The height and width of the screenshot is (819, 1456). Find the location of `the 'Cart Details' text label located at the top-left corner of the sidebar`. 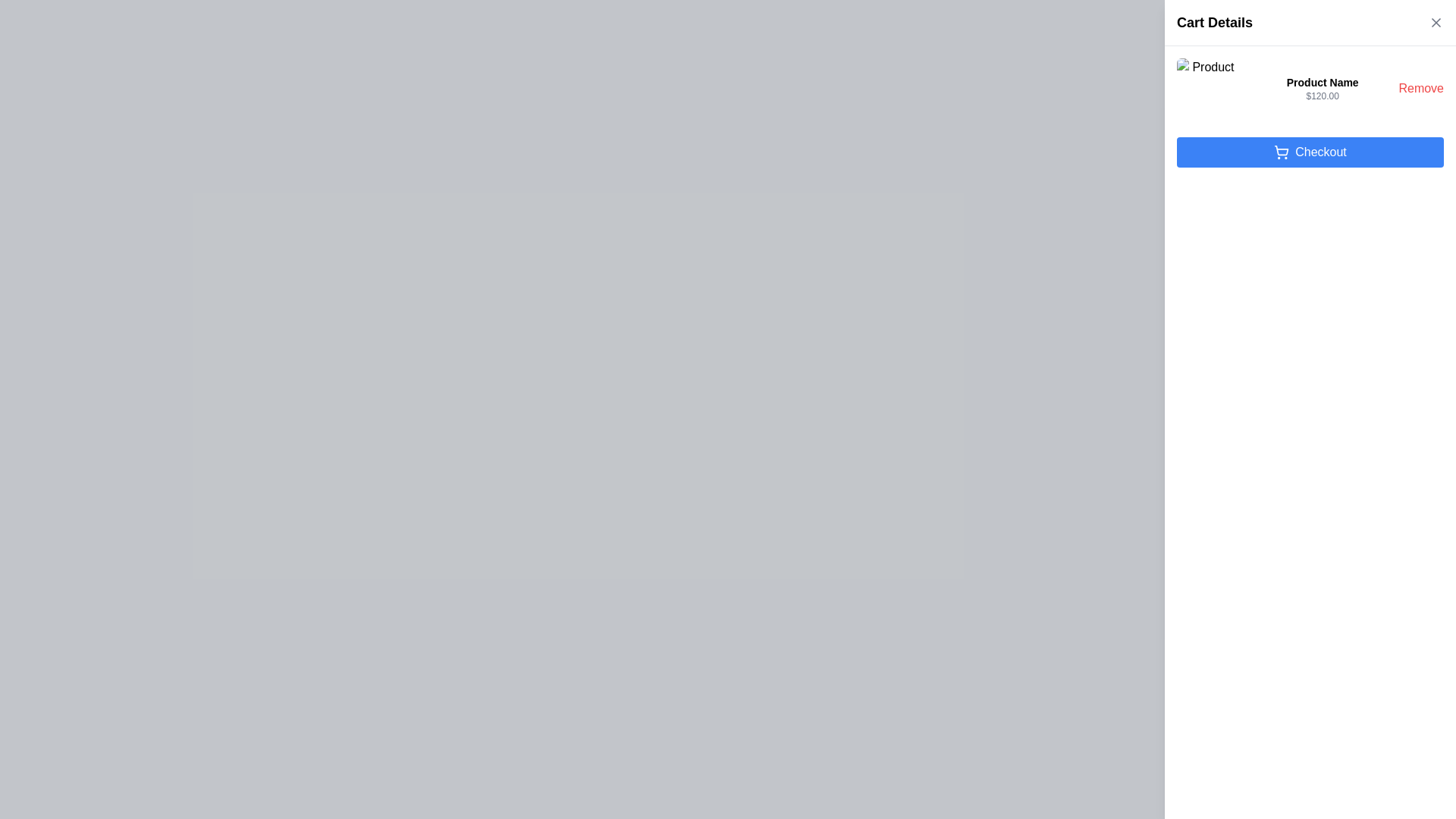

the 'Cart Details' text label located at the top-left corner of the sidebar is located at coordinates (1215, 23).